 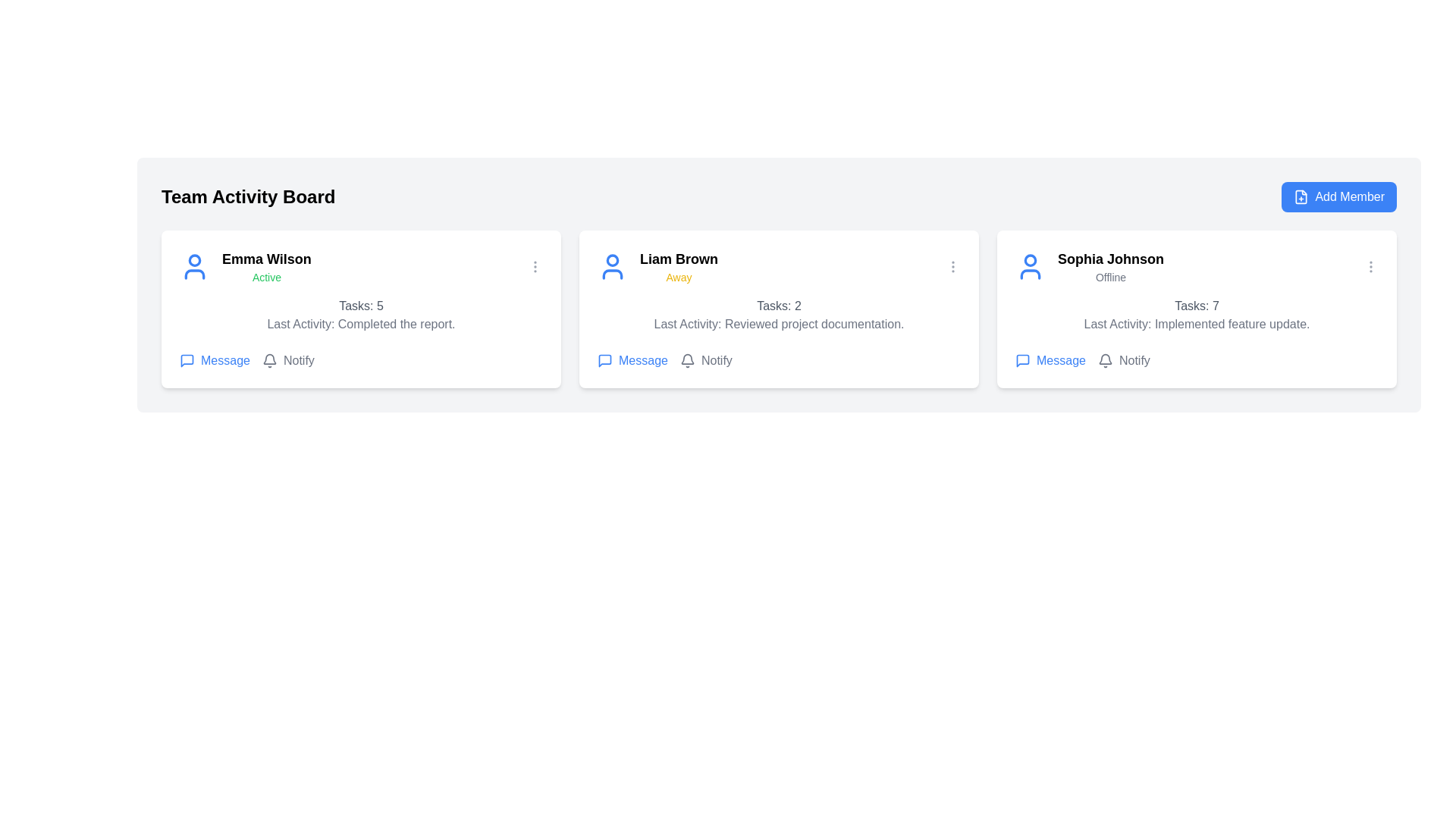 What do you see at coordinates (266, 278) in the screenshot?
I see `the 'Active' text label in green font located below 'Emma Wilson' in the leftmost card of the Team Activity Board` at bounding box center [266, 278].